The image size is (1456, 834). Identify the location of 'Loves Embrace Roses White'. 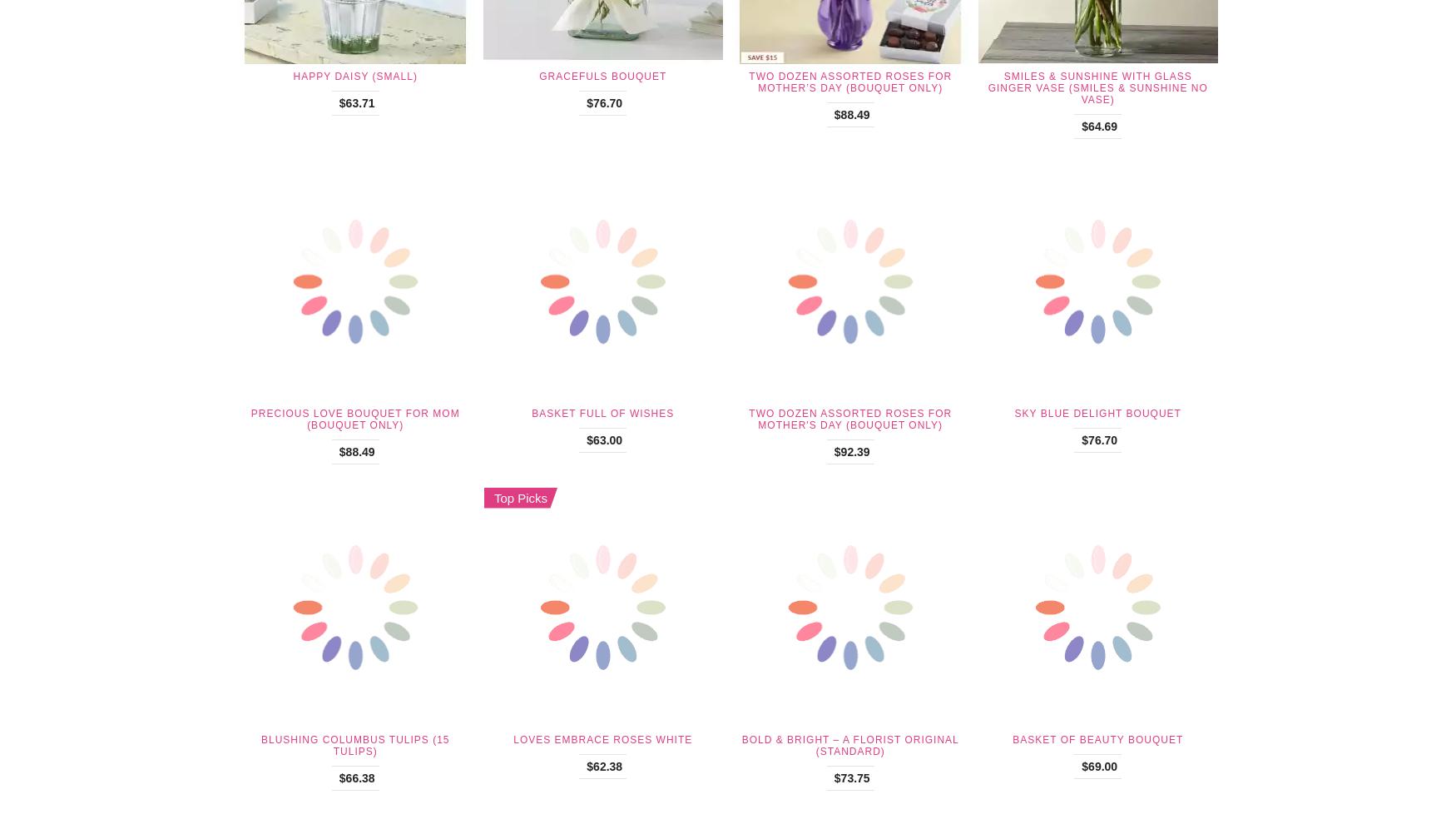
(513, 738).